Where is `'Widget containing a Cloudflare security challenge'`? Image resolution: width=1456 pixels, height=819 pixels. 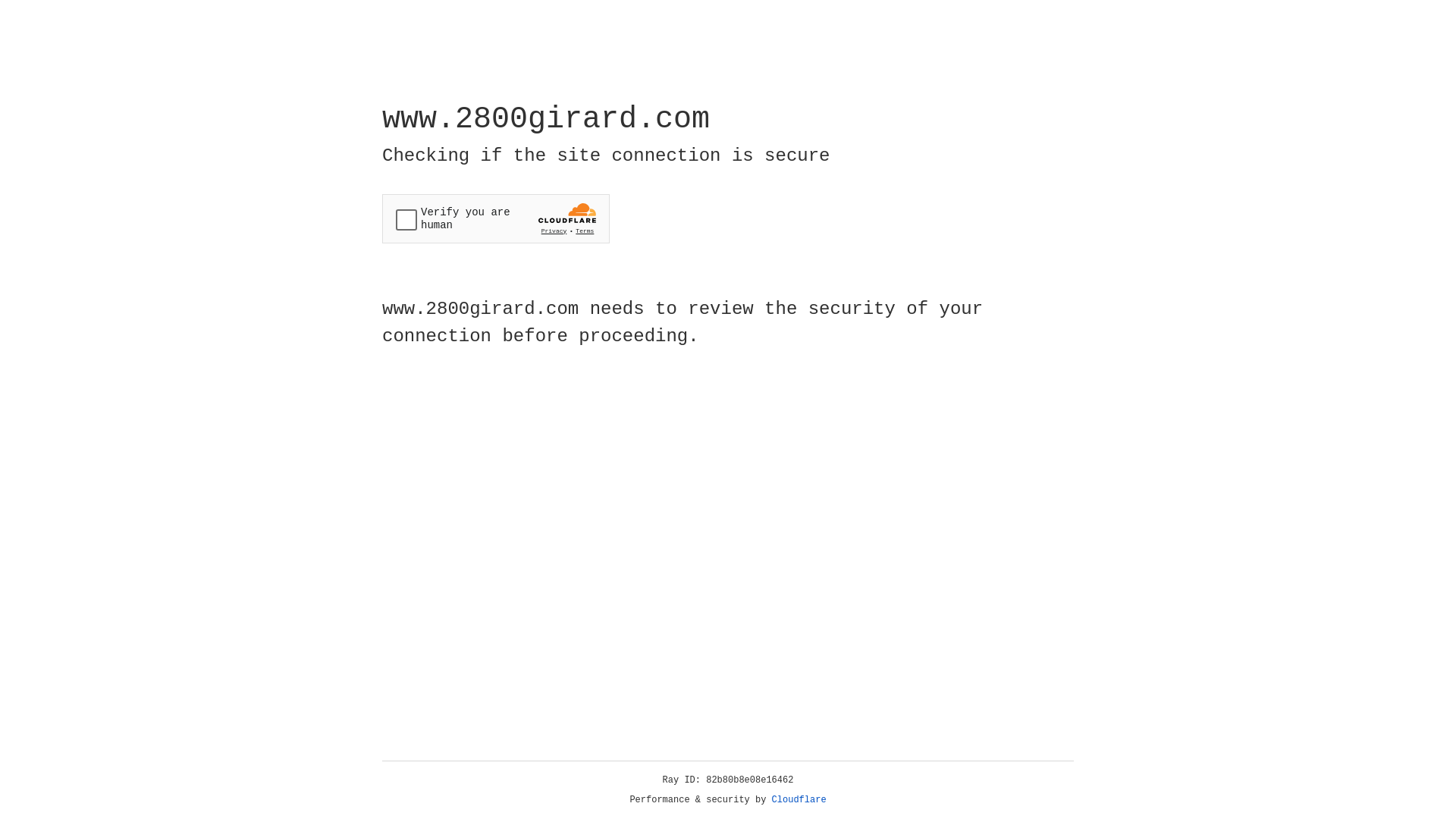
'Widget containing a Cloudflare security challenge' is located at coordinates (495, 218).